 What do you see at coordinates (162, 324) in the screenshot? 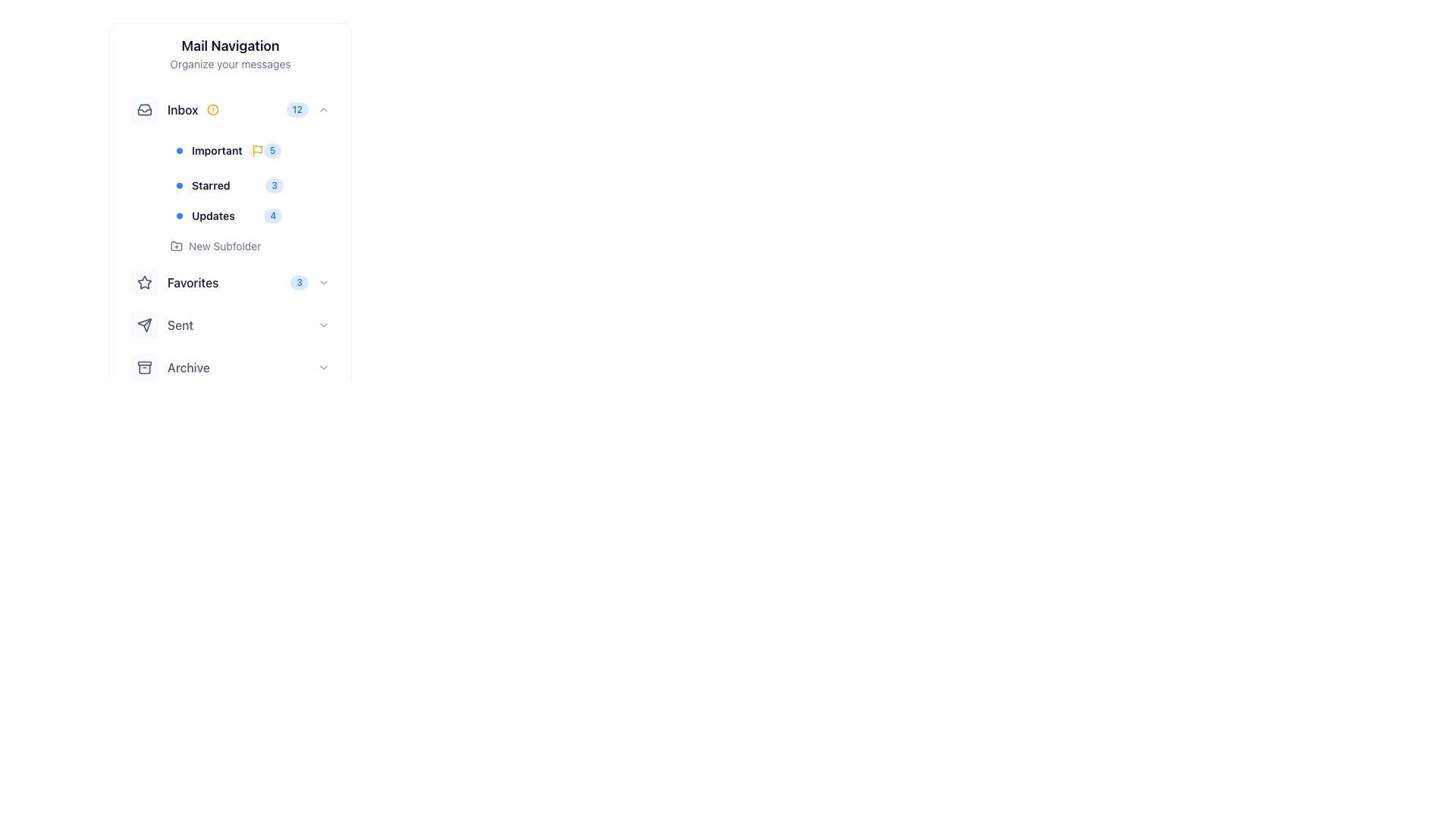
I see `the navigation link for the 'Sent' folder, which is the first item under the 'Favorites' section in the navigation sidebar` at bounding box center [162, 324].